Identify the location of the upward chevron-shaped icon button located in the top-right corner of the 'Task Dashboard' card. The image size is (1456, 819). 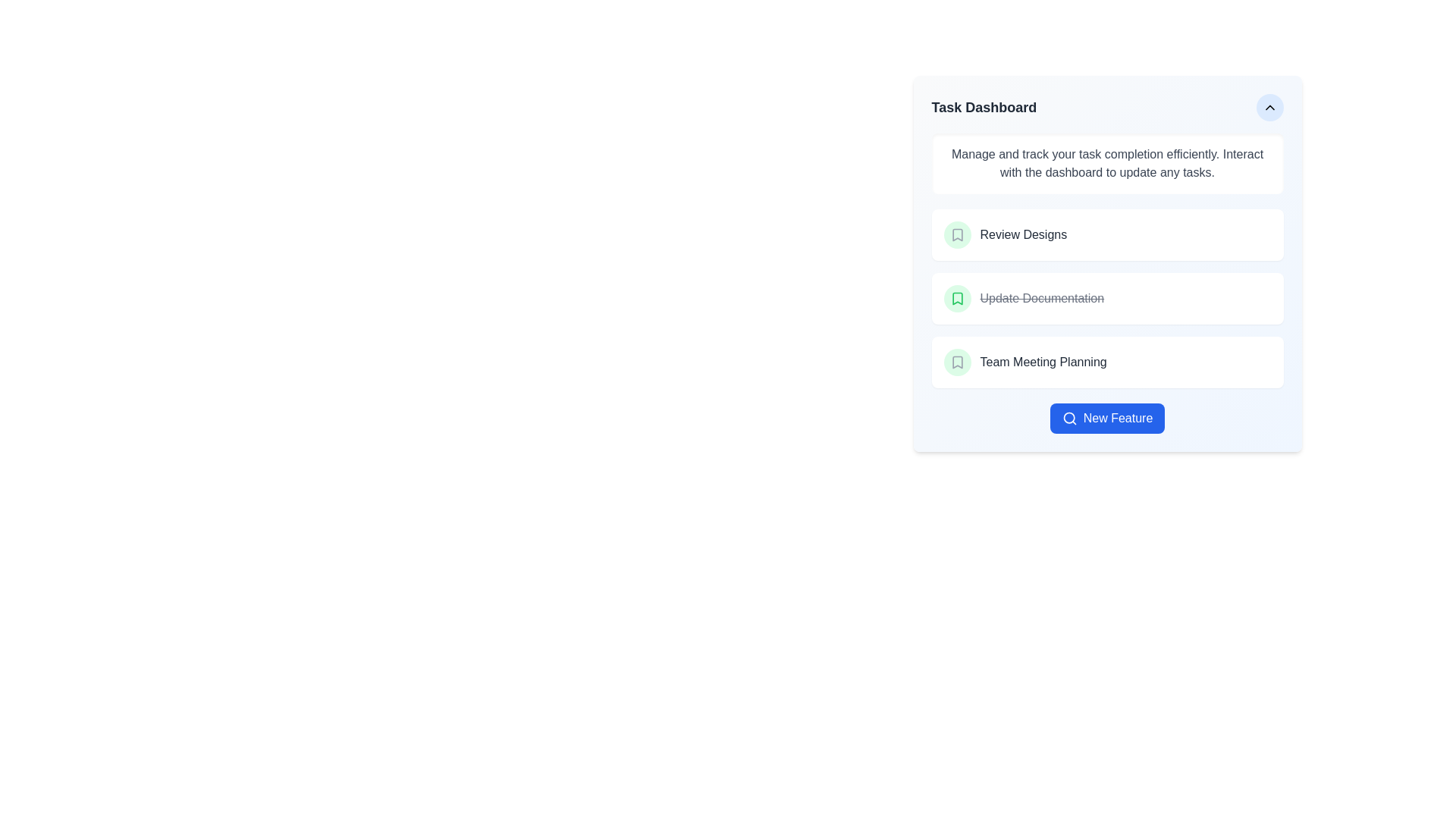
(1269, 107).